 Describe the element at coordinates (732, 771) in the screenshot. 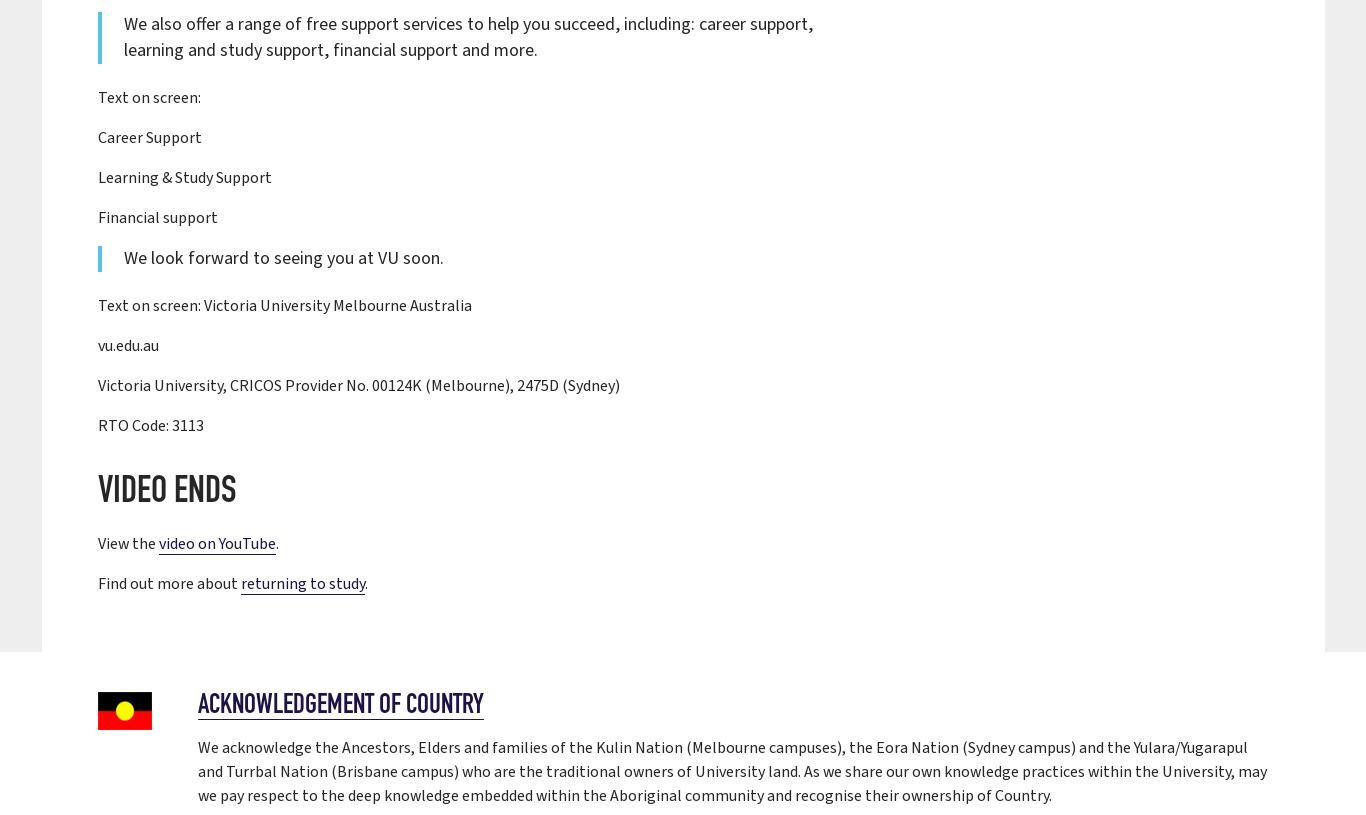

I see `'We acknowledge the Ancestors, Elders and families of the Kulin Nation (Melbourne campuses), the Eora Nation (Sydney campus) and the Yulara/Yugarapul and Turrbal Nation (Brisbane campus) who are the traditional owners of University land. As we share our own knowledge practices within the University, may we pay respect to the deep knowledge embedded within the Aboriginal community and recognise their ownership of Country.'` at that location.